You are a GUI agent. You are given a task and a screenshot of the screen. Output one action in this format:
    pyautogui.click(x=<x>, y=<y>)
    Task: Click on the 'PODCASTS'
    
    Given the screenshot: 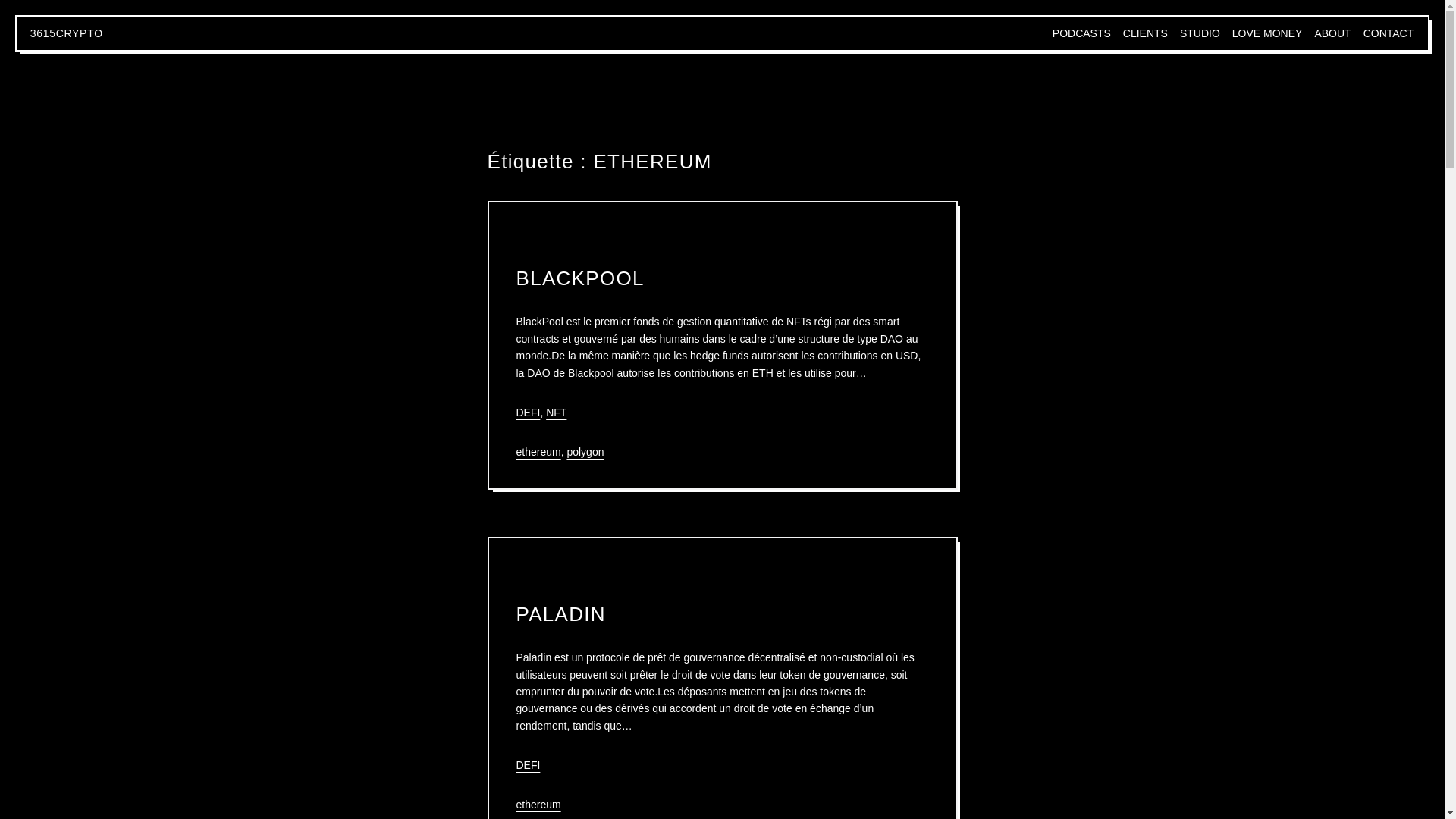 What is the action you would take?
    pyautogui.click(x=1081, y=33)
    